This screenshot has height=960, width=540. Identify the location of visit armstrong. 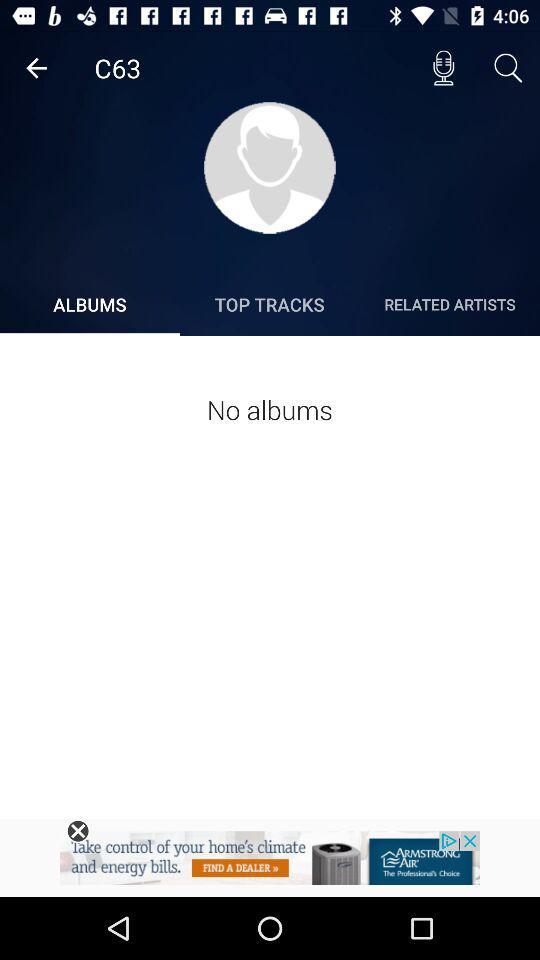
(270, 863).